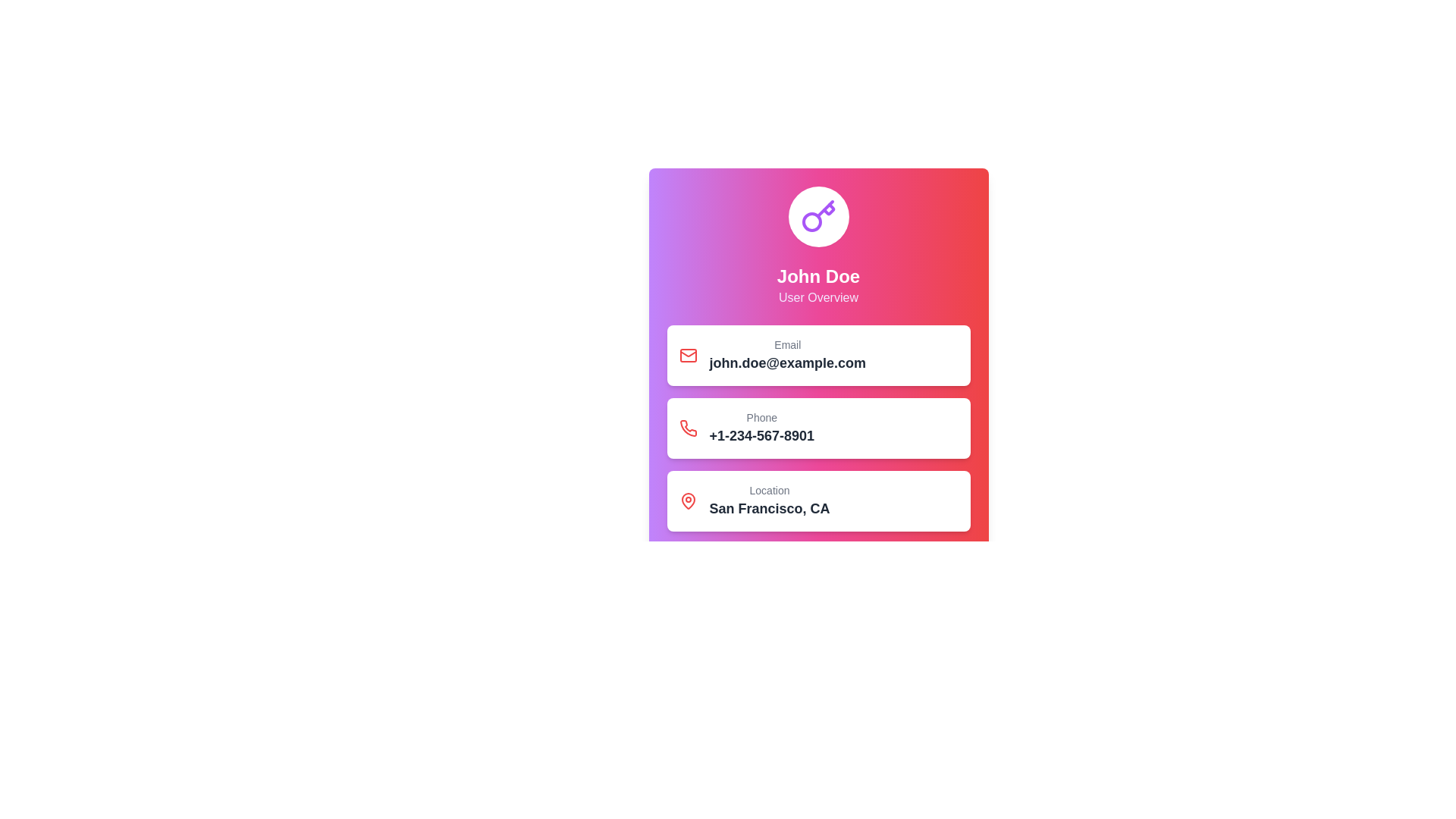 Image resolution: width=1456 pixels, height=819 pixels. Describe the element at coordinates (761, 435) in the screenshot. I see `the static text element displaying the phone number '+1-234-567-8901' to potentially reveal additional information` at that location.